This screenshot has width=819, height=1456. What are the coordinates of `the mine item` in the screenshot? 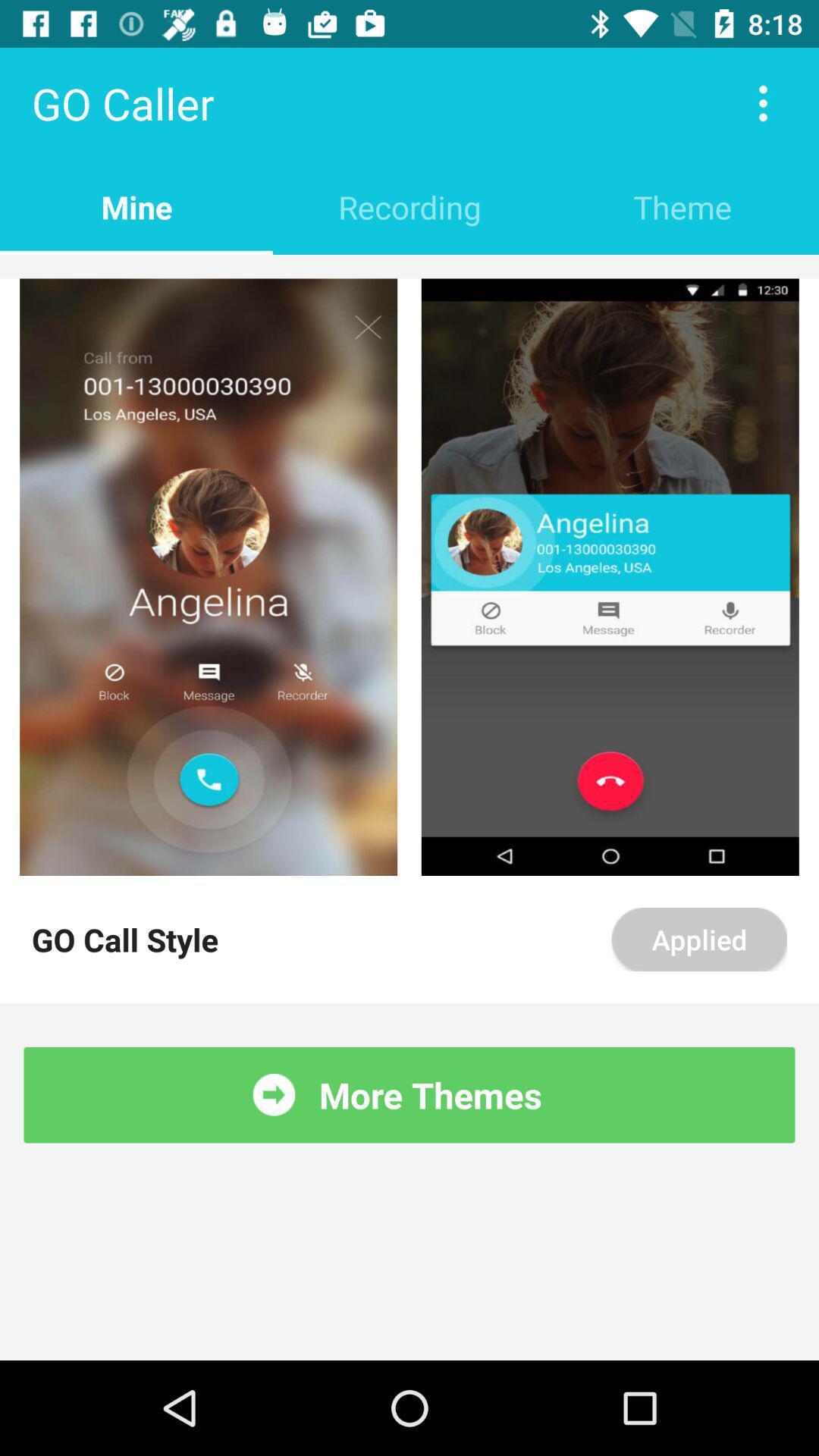 It's located at (136, 206).